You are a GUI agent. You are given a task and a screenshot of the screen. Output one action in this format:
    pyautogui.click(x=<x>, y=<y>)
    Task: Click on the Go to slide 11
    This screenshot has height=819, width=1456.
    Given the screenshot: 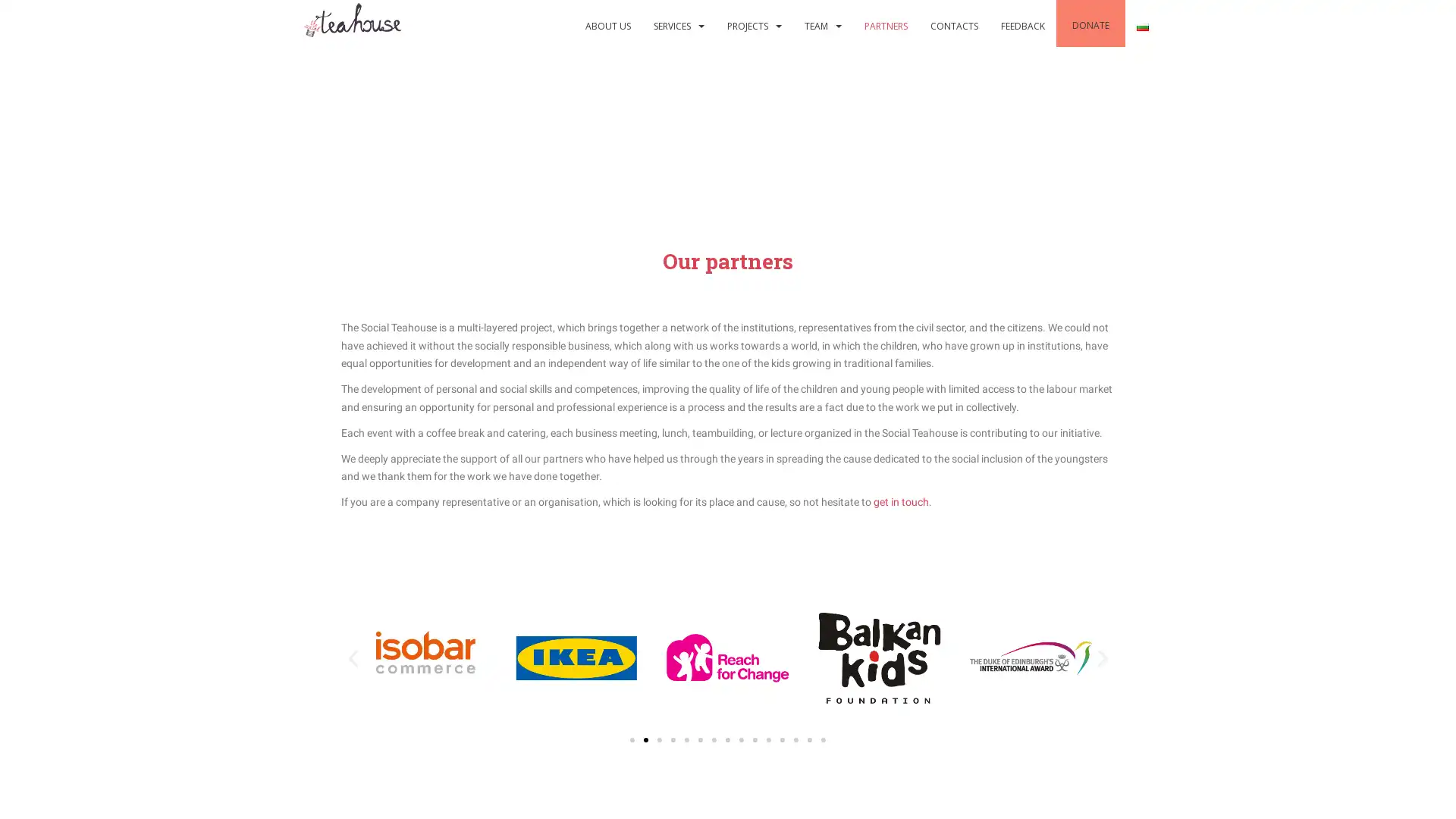 What is the action you would take?
    pyautogui.click(x=768, y=739)
    